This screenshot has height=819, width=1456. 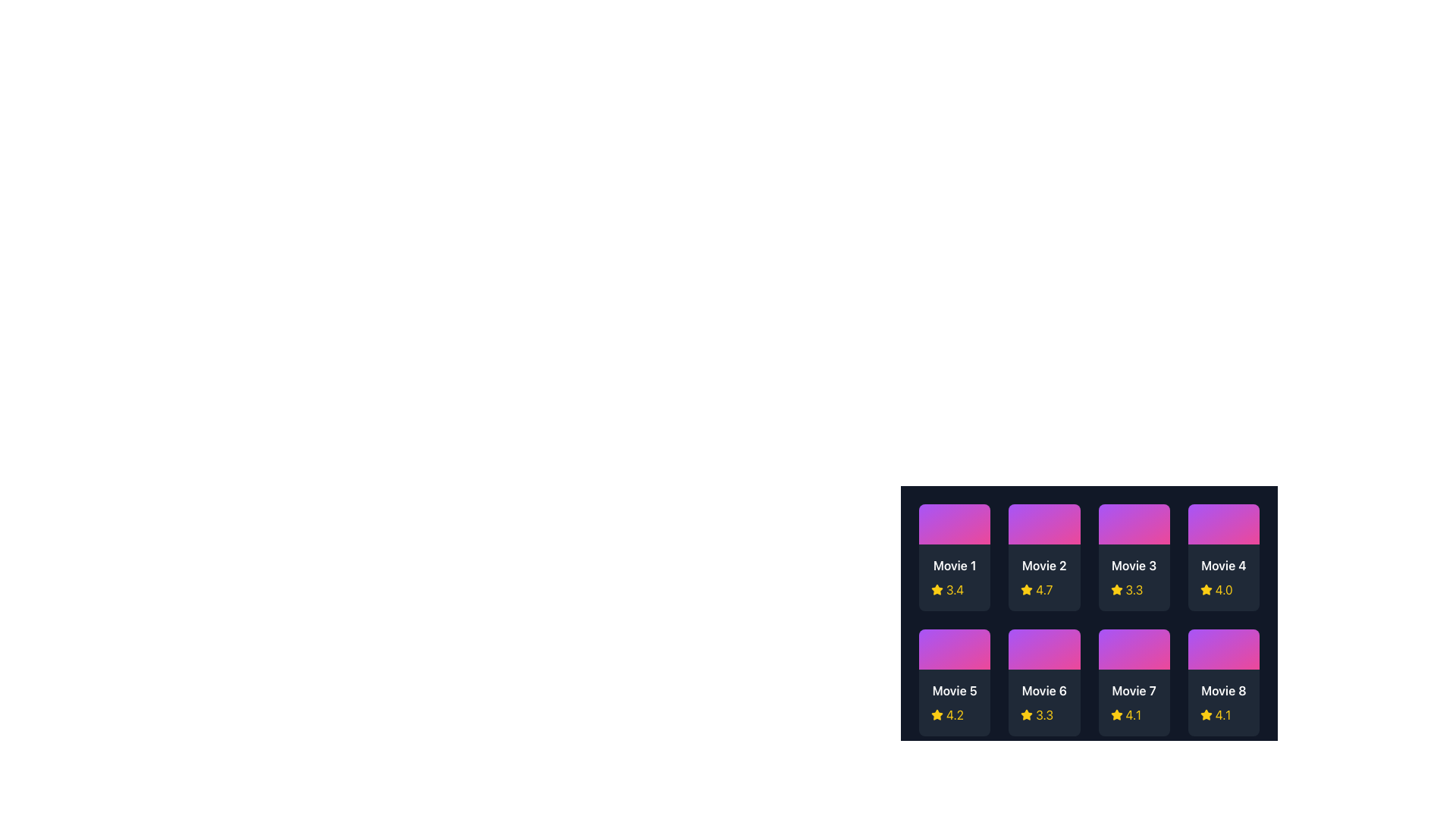 What do you see at coordinates (1223, 566) in the screenshot?
I see `the text label displaying 'Movie 4'` at bounding box center [1223, 566].